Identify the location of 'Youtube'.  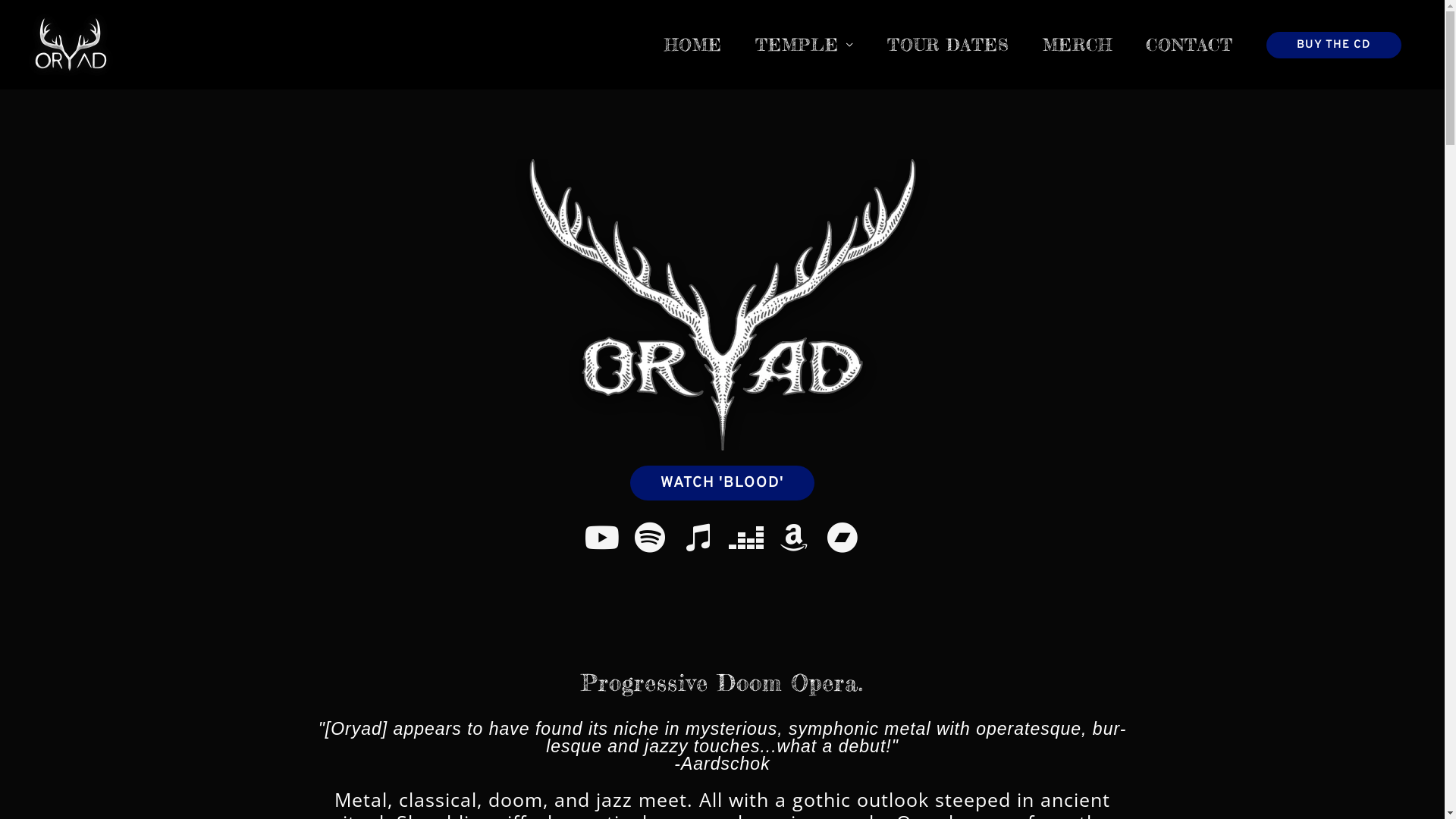
(601, 536).